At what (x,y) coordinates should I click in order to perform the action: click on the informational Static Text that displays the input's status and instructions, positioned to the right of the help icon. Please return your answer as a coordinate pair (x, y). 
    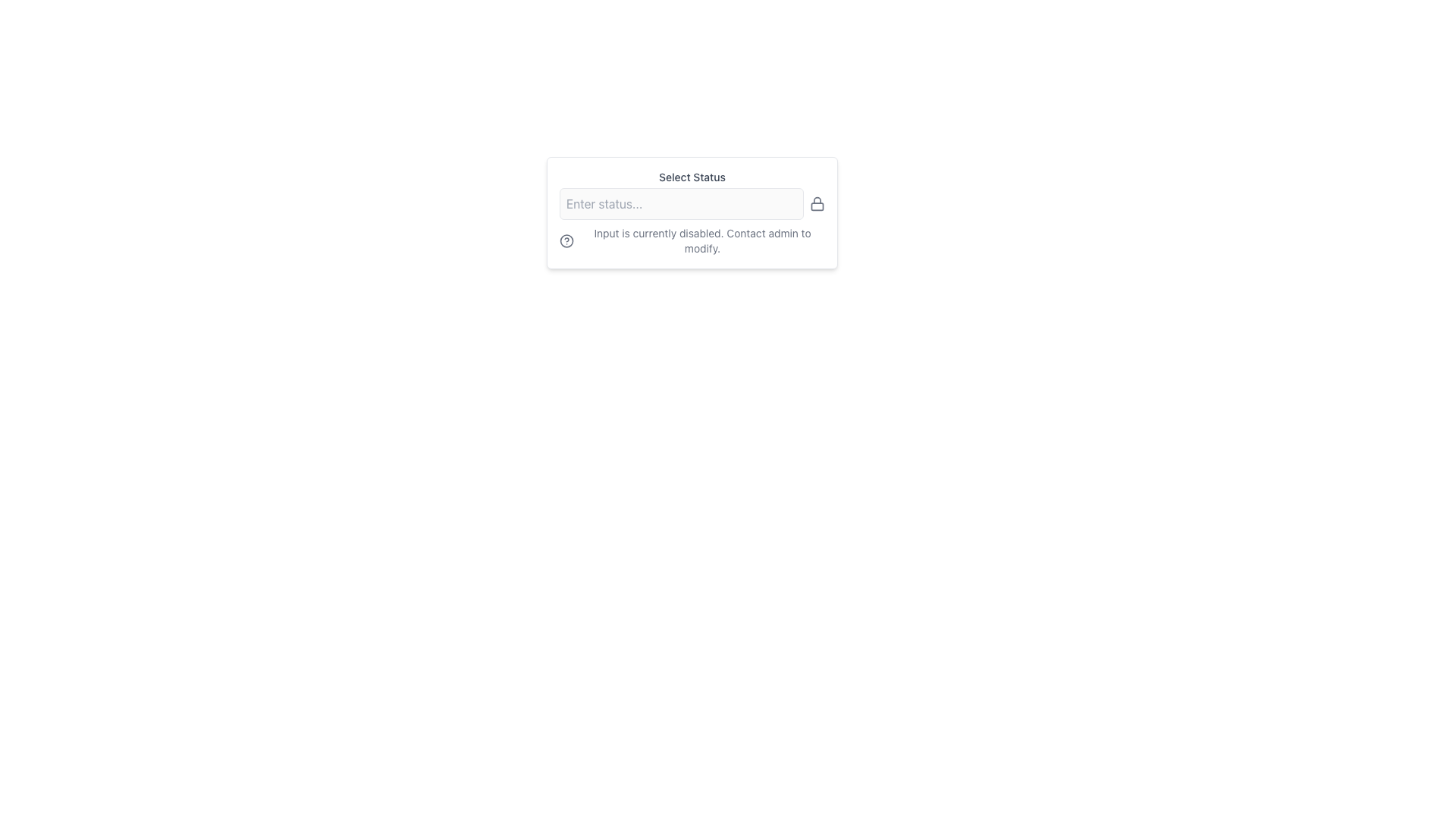
    Looking at the image, I should click on (701, 240).